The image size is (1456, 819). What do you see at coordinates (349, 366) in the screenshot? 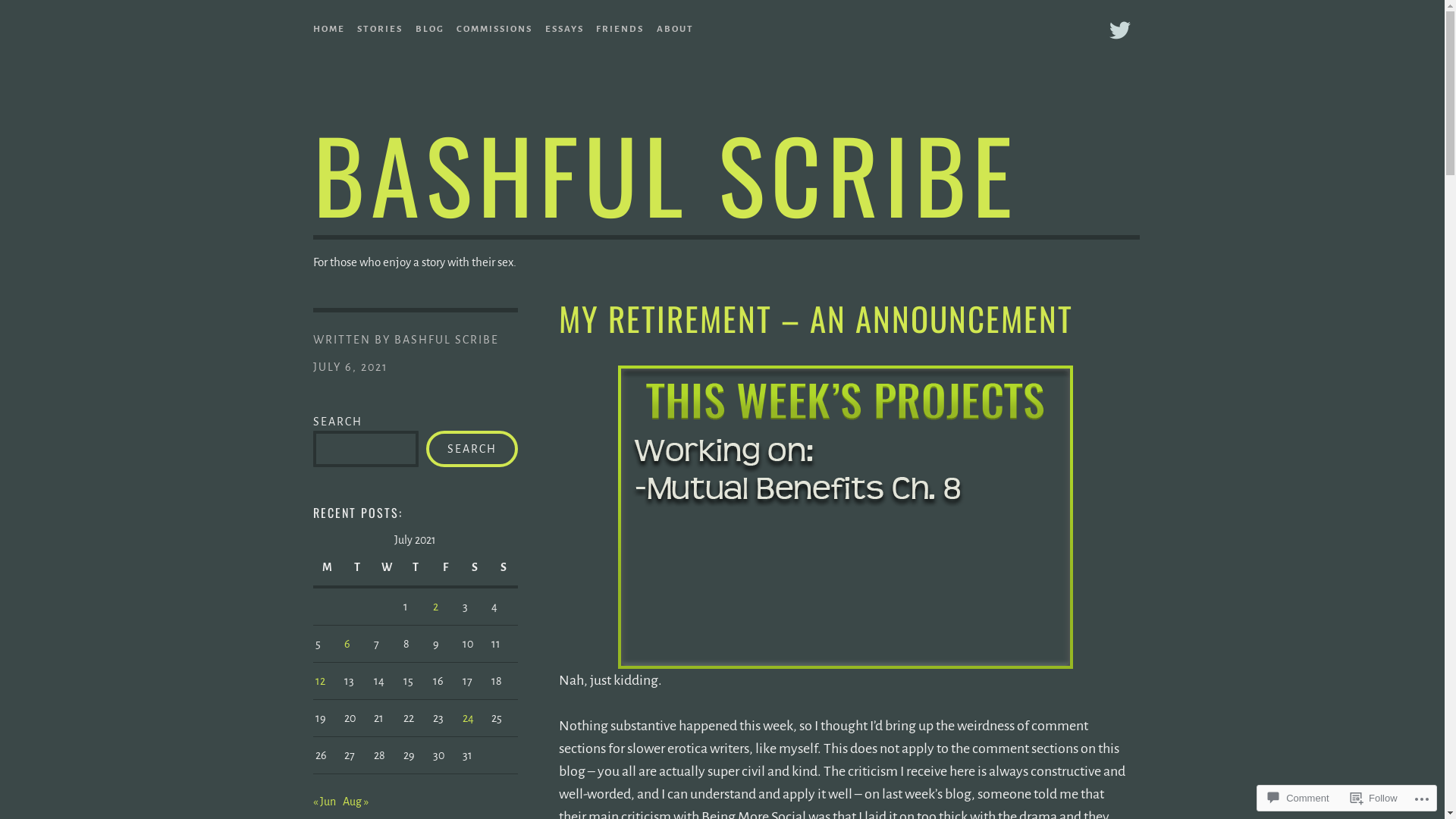
I see `'JULY 6, 2021'` at bounding box center [349, 366].